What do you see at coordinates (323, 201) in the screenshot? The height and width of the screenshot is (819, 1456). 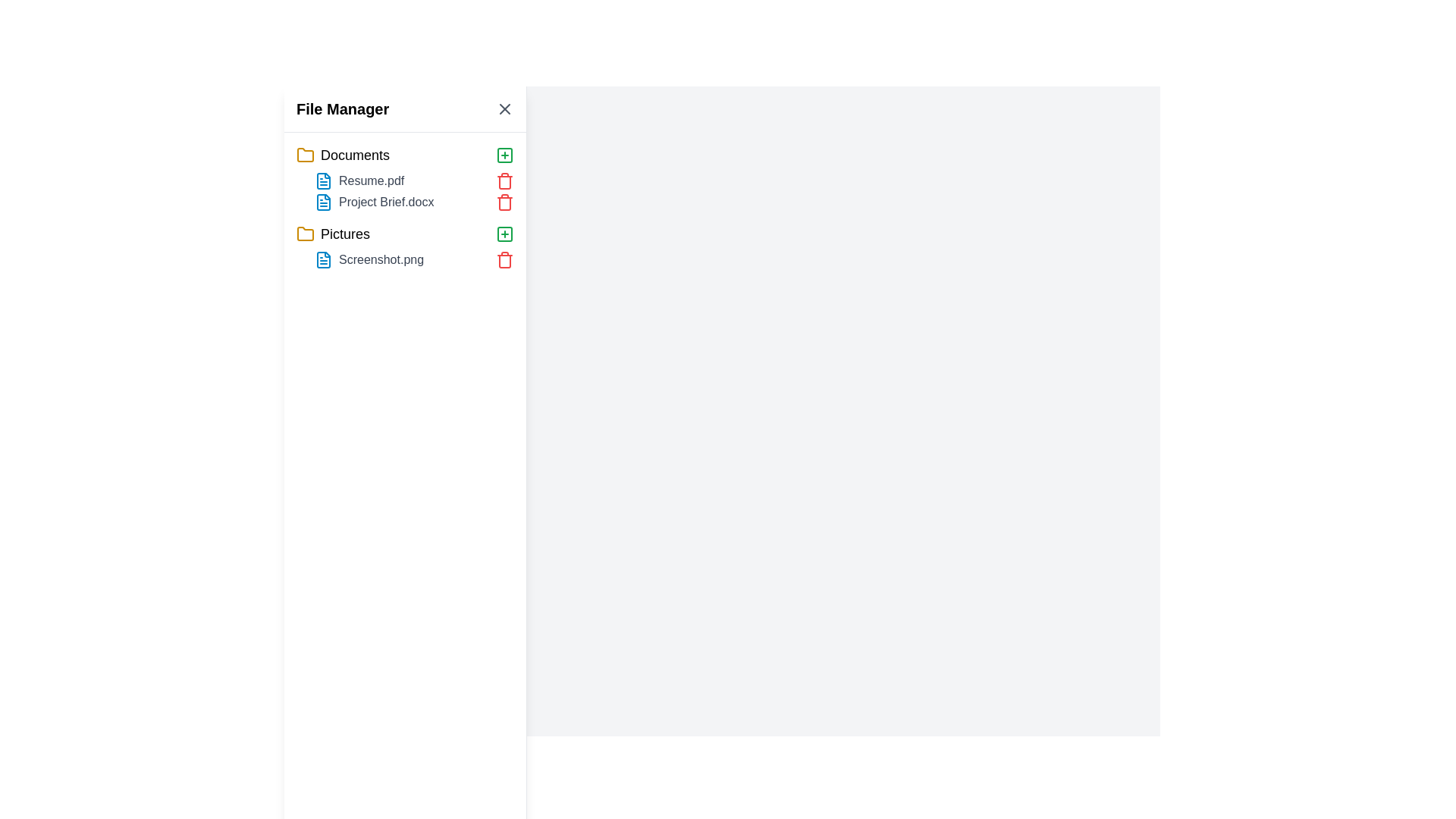 I see `the document file icon labeled 'Project Brief.docx' to trigger a file-related action` at bounding box center [323, 201].